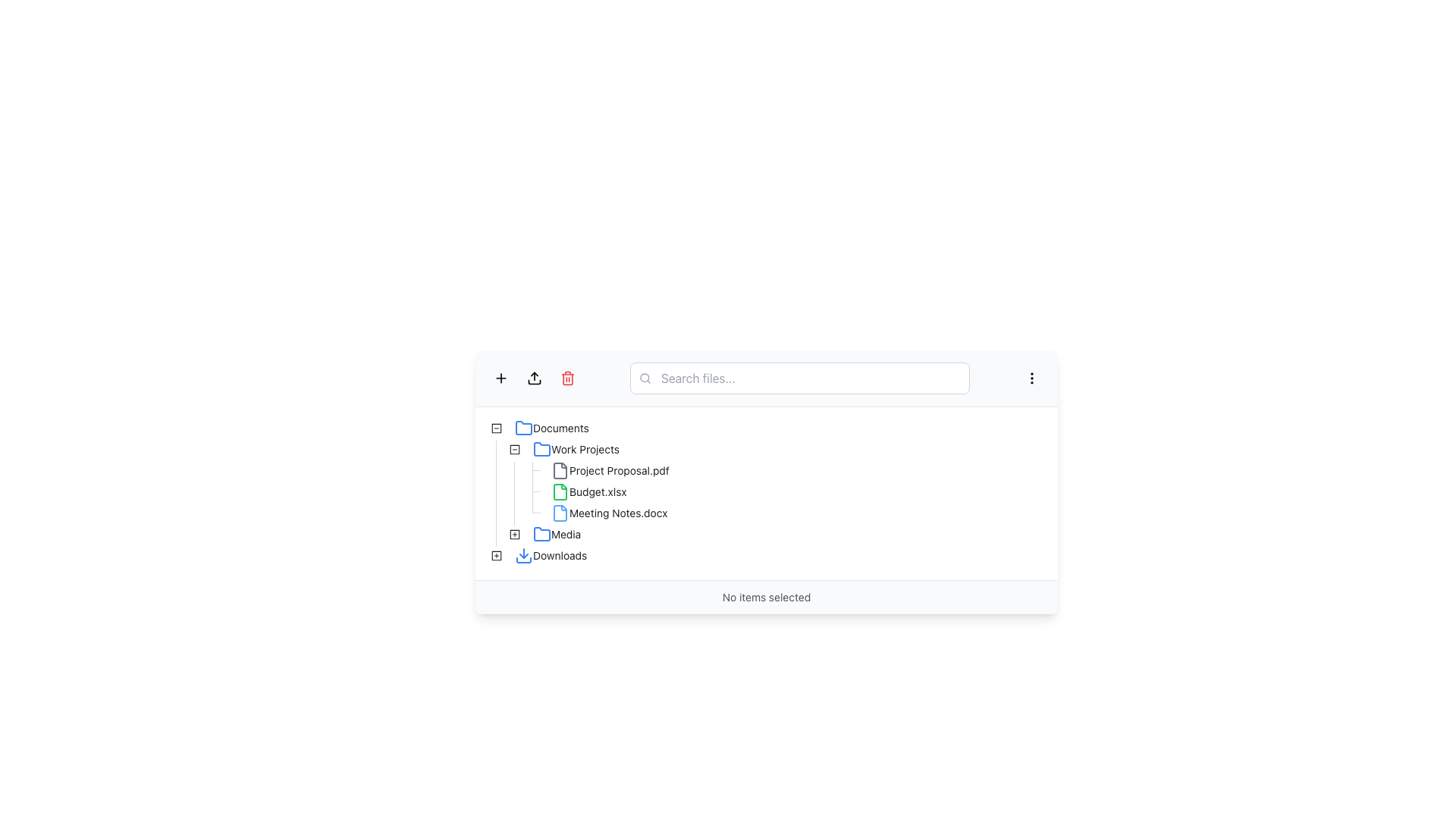  What do you see at coordinates (496, 555) in the screenshot?
I see `the '+' button located next to the 'Downloads' label` at bounding box center [496, 555].